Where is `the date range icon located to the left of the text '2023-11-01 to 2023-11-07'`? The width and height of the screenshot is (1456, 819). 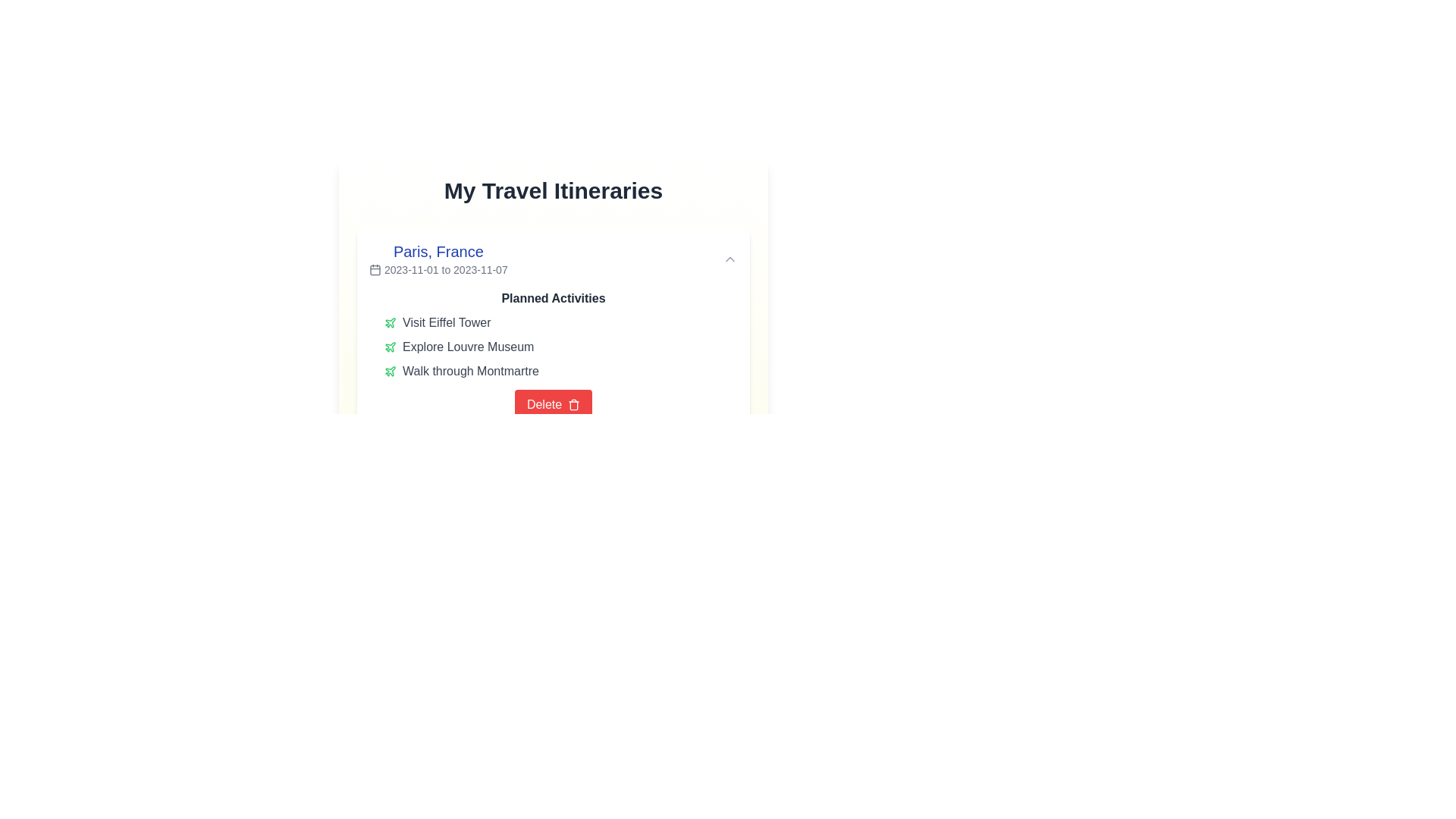
the date range icon located to the left of the text '2023-11-01 to 2023-11-07' is located at coordinates (375, 268).